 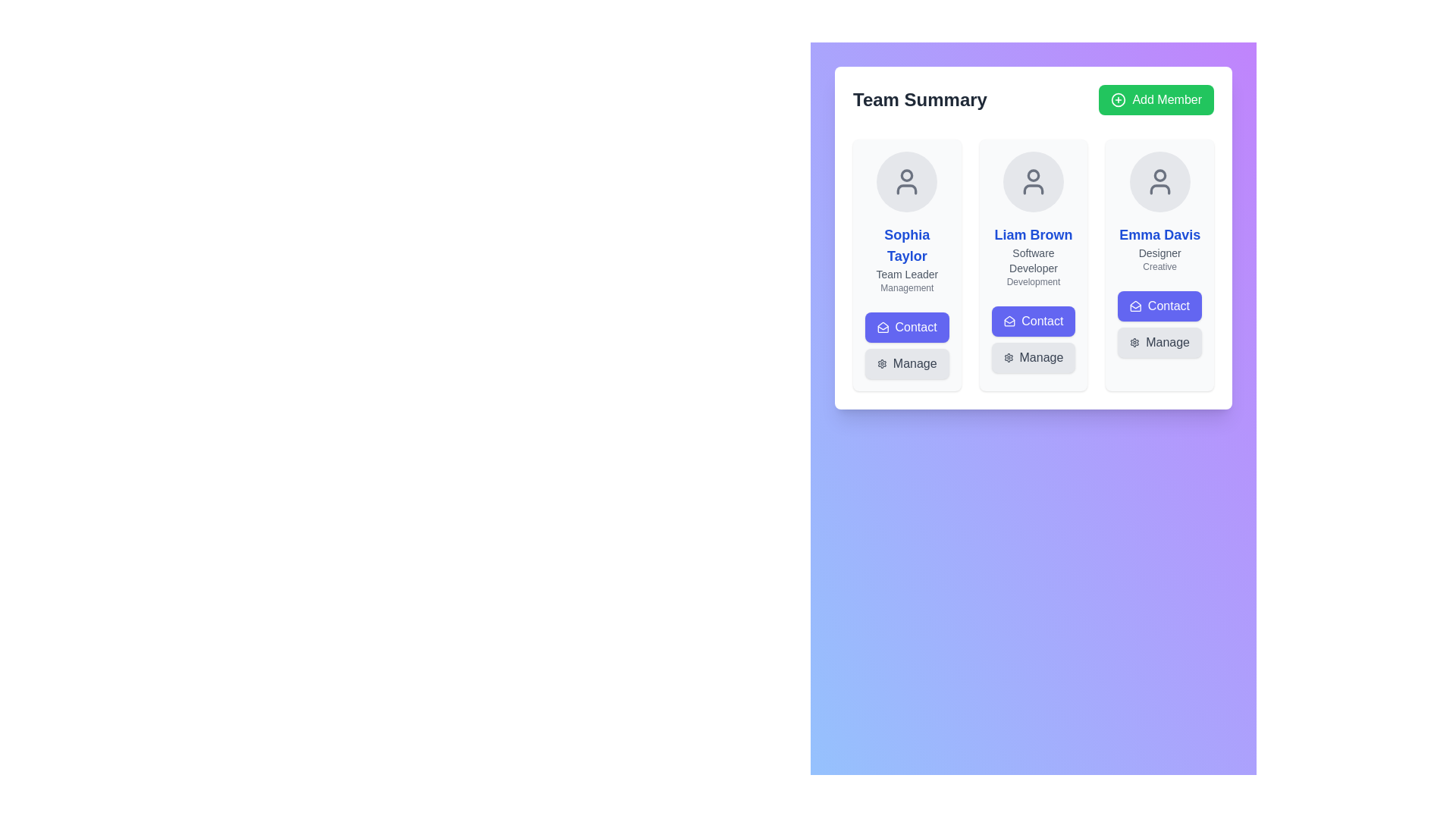 What do you see at coordinates (1159, 180) in the screenshot?
I see `the profile icon representing 'Emma Davis' located at the top-center of the third card in the team member profiles grid` at bounding box center [1159, 180].